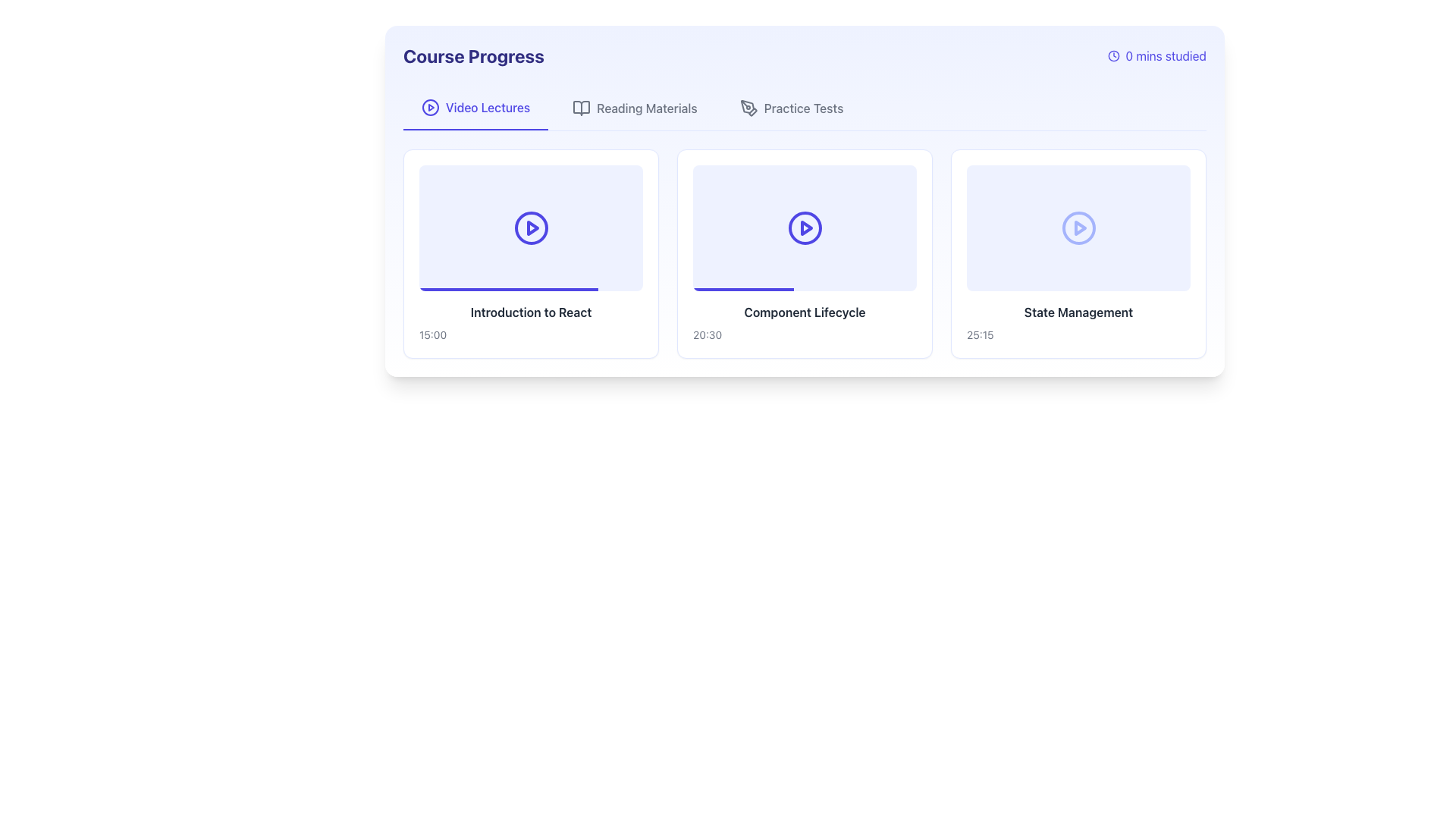  What do you see at coordinates (531, 311) in the screenshot?
I see `the text label reading 'Introduction to React', which is styled in bold dark gray and positioned beneath a progress bar in the first video card` at bounding box center [531, 311].